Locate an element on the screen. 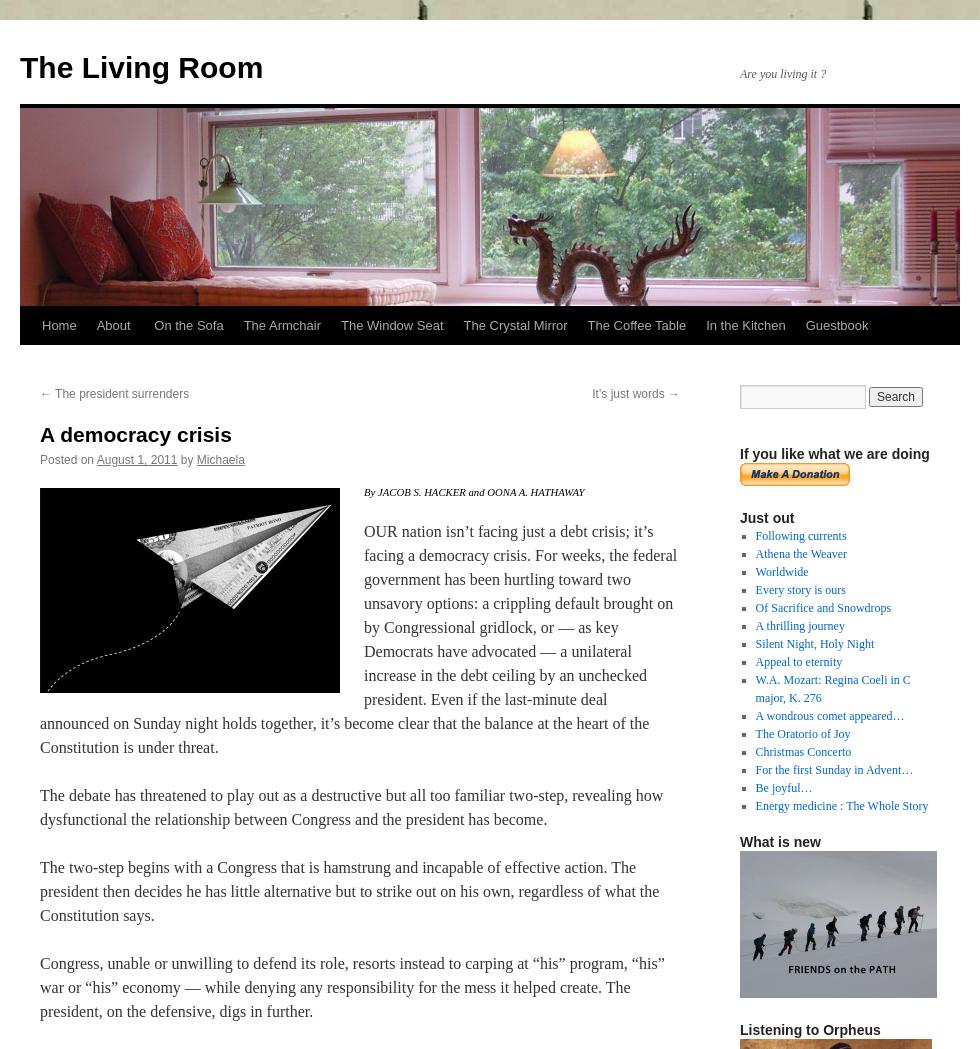  'For the first Sunday in Advent…' is located at coordinates (833, 769).